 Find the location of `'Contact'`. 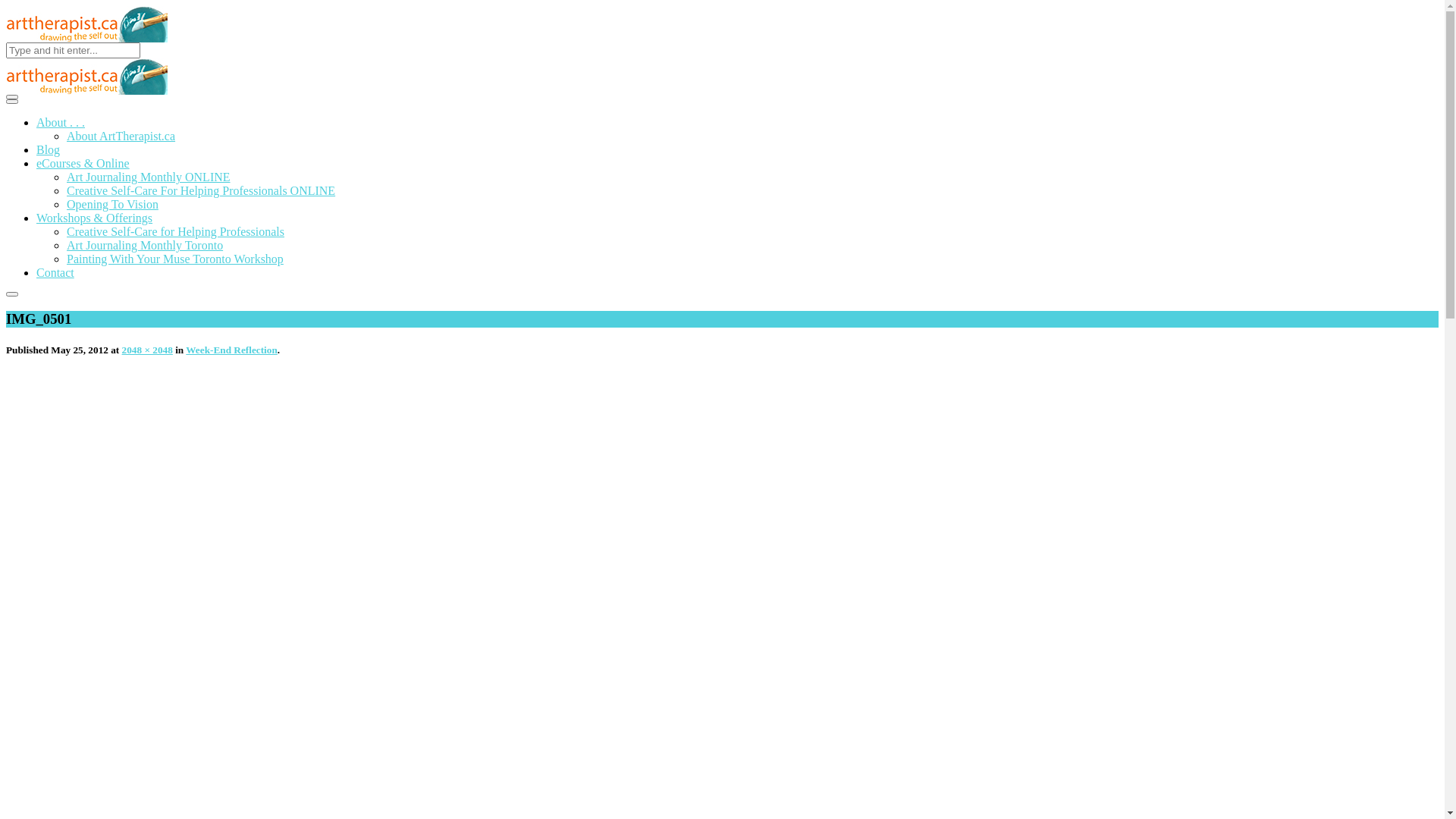

'Contact' is located at coordinates (55, 271).